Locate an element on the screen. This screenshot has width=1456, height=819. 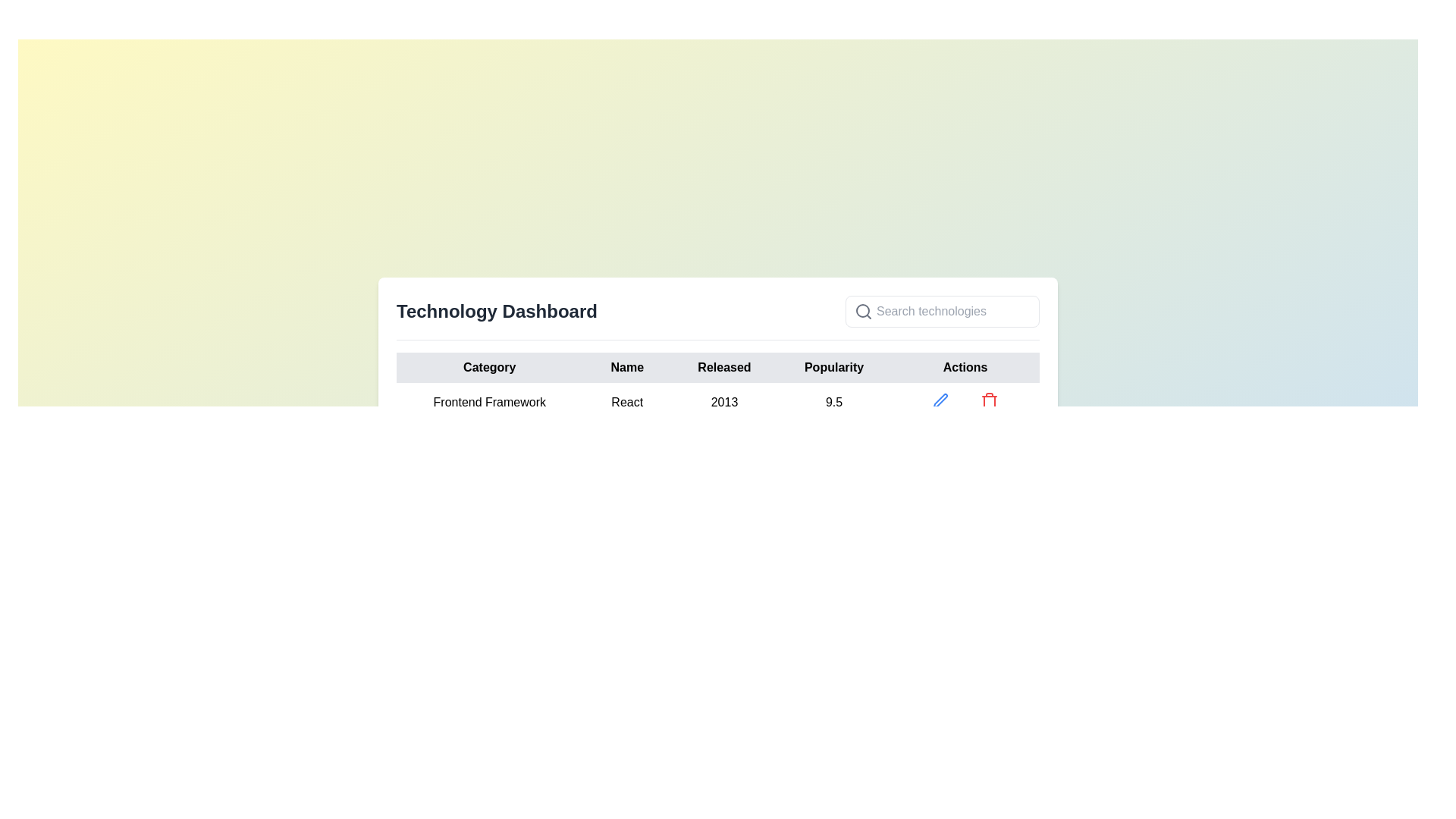
the text label indicating 'React' in the Technology Dashboard table, positioned between 'Frontend Framework' and '2013' is located at coordinates (627, 401).